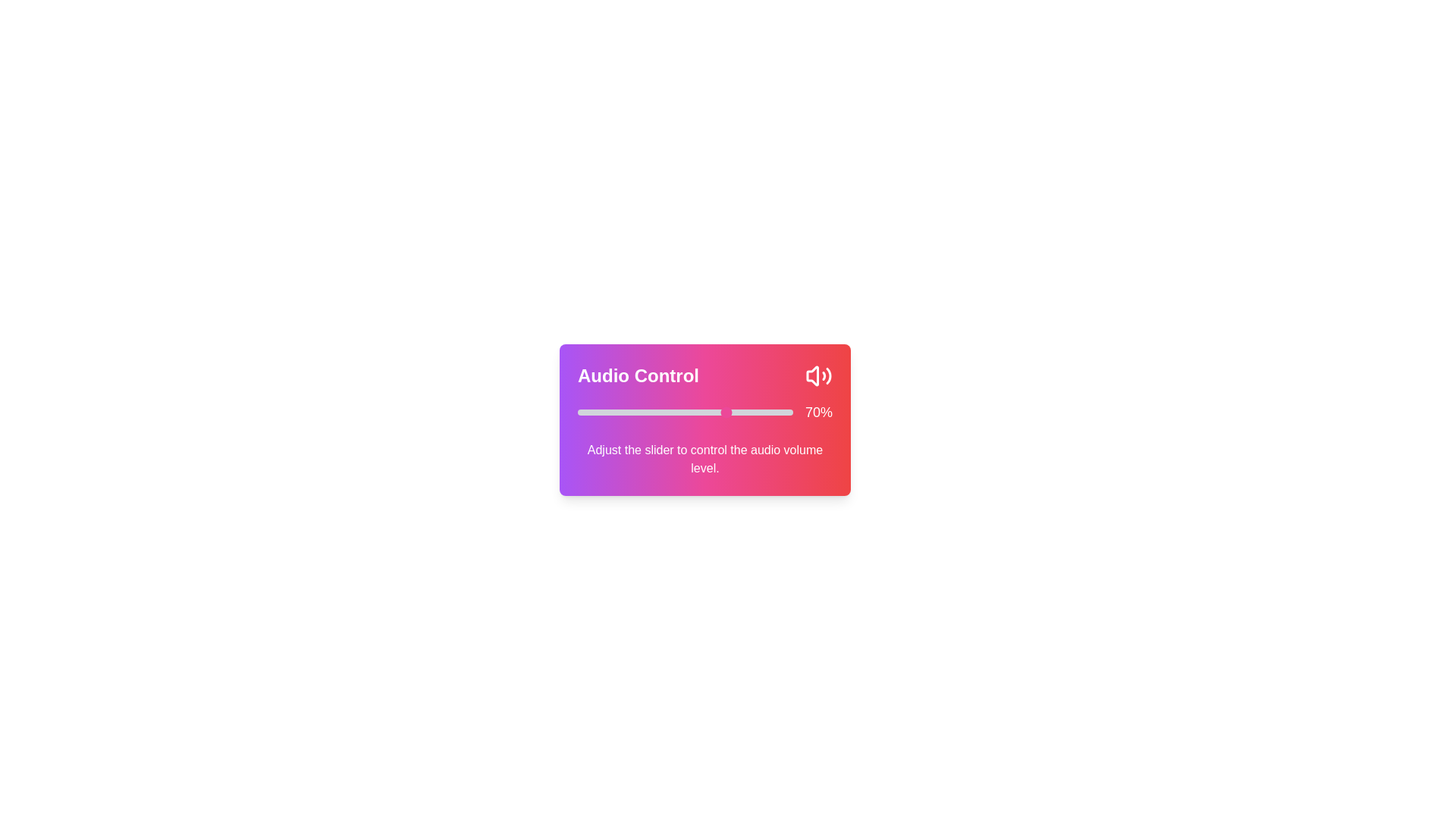 This screenshot has height=819, width=1456. What do you see at coordinates (581, 412) in the screenshot?
I see `the volume slider to set the volume to 2%` at bounding box center [581, 412].